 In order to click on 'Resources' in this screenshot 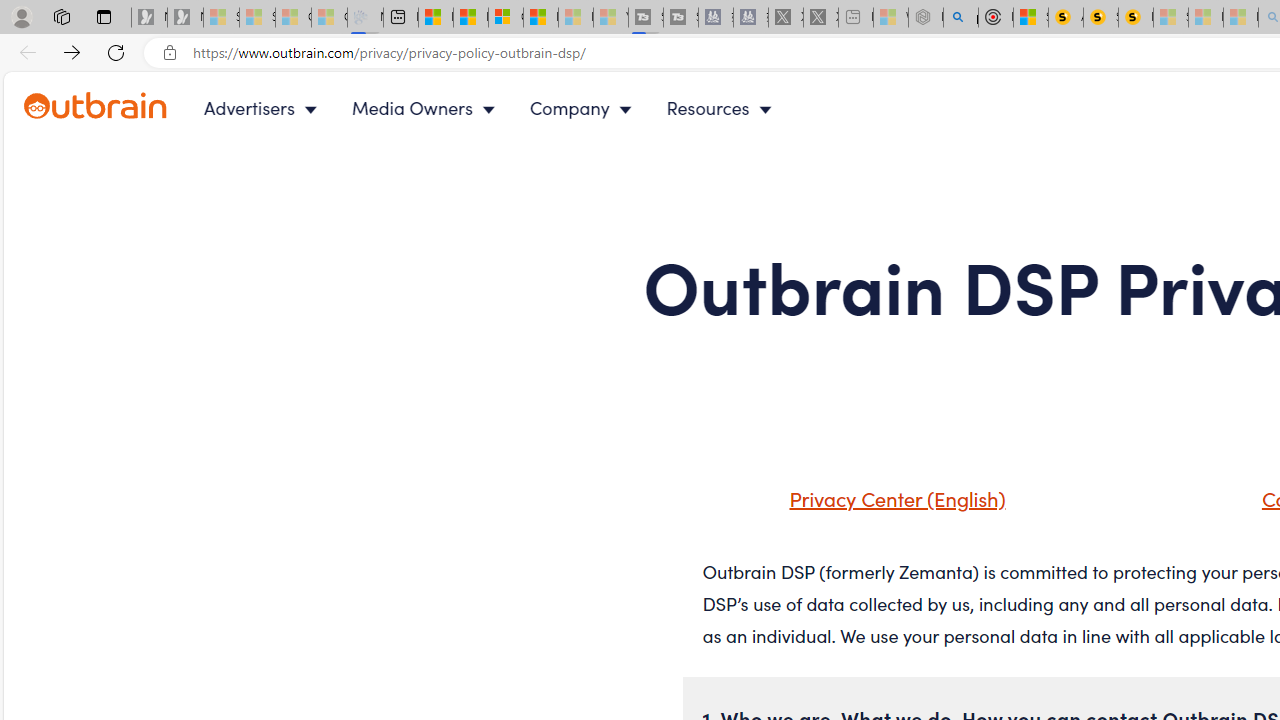, I will do `click(722, 108)`.